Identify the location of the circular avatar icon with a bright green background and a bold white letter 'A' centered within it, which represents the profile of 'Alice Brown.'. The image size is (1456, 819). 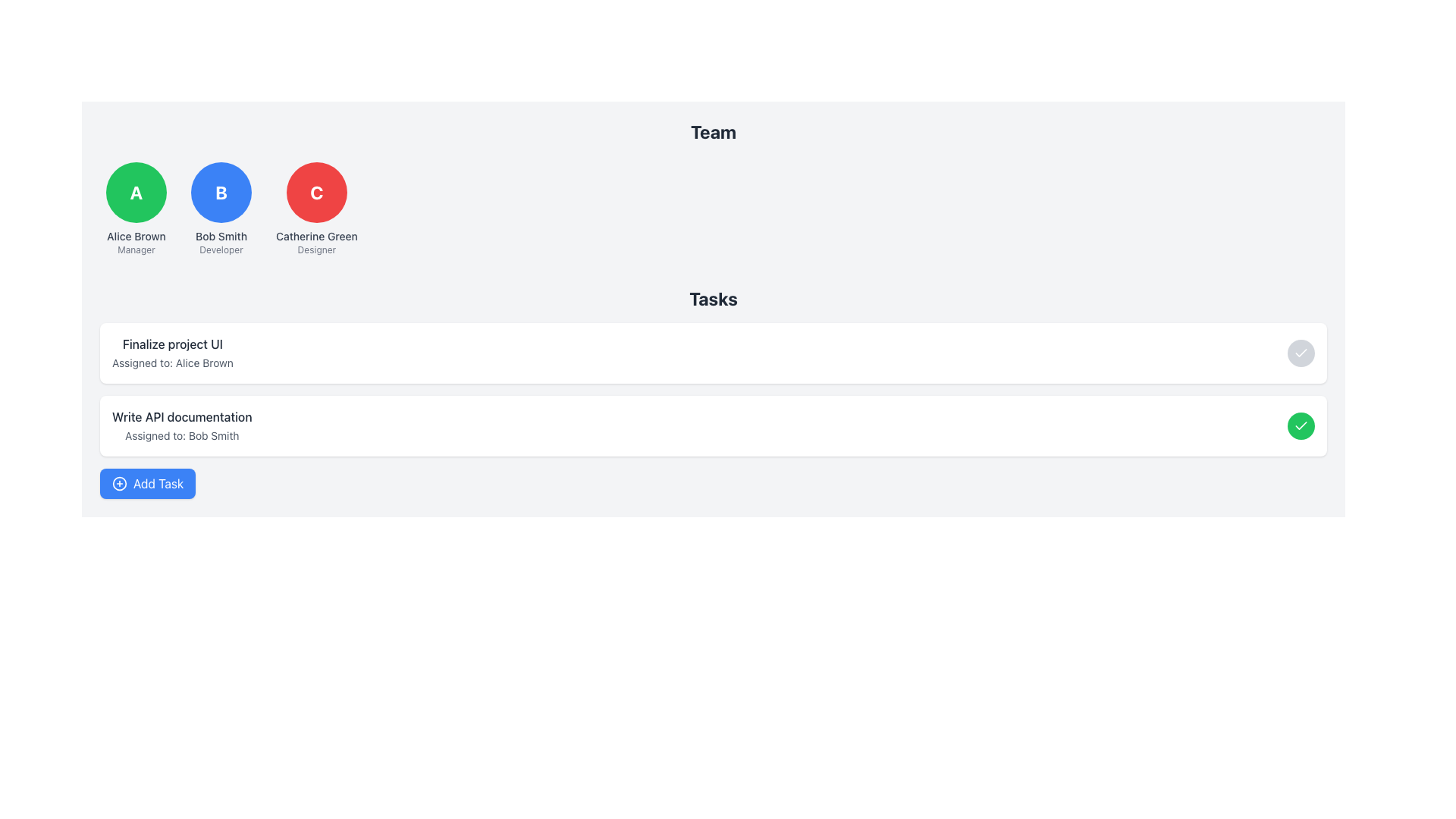
(136, 192).